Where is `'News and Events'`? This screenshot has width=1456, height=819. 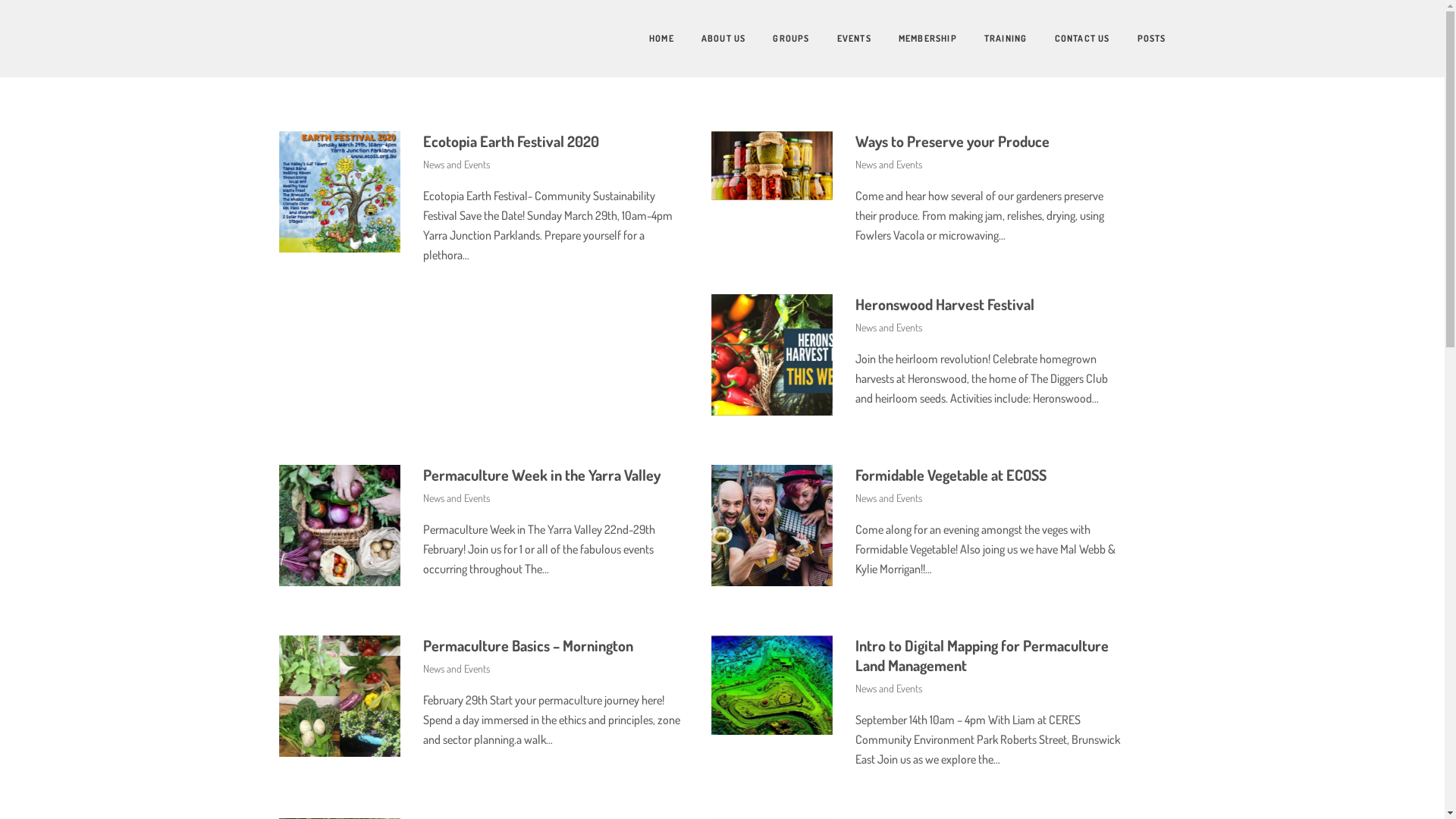 'News and Events' is located at coordinates (455, 164).